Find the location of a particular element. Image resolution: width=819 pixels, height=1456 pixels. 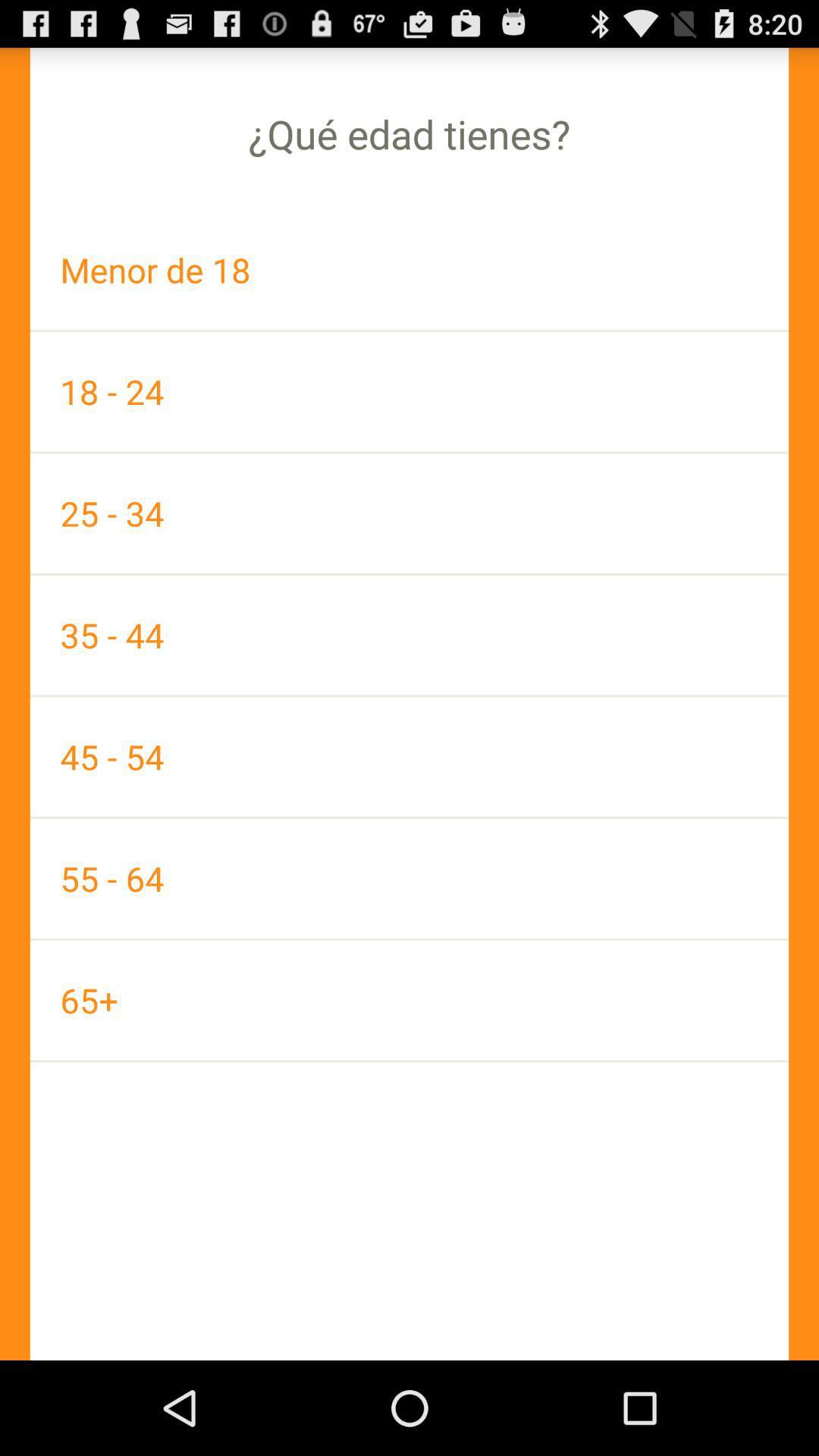

the 65+ app is located at coordinates (409, 1000).